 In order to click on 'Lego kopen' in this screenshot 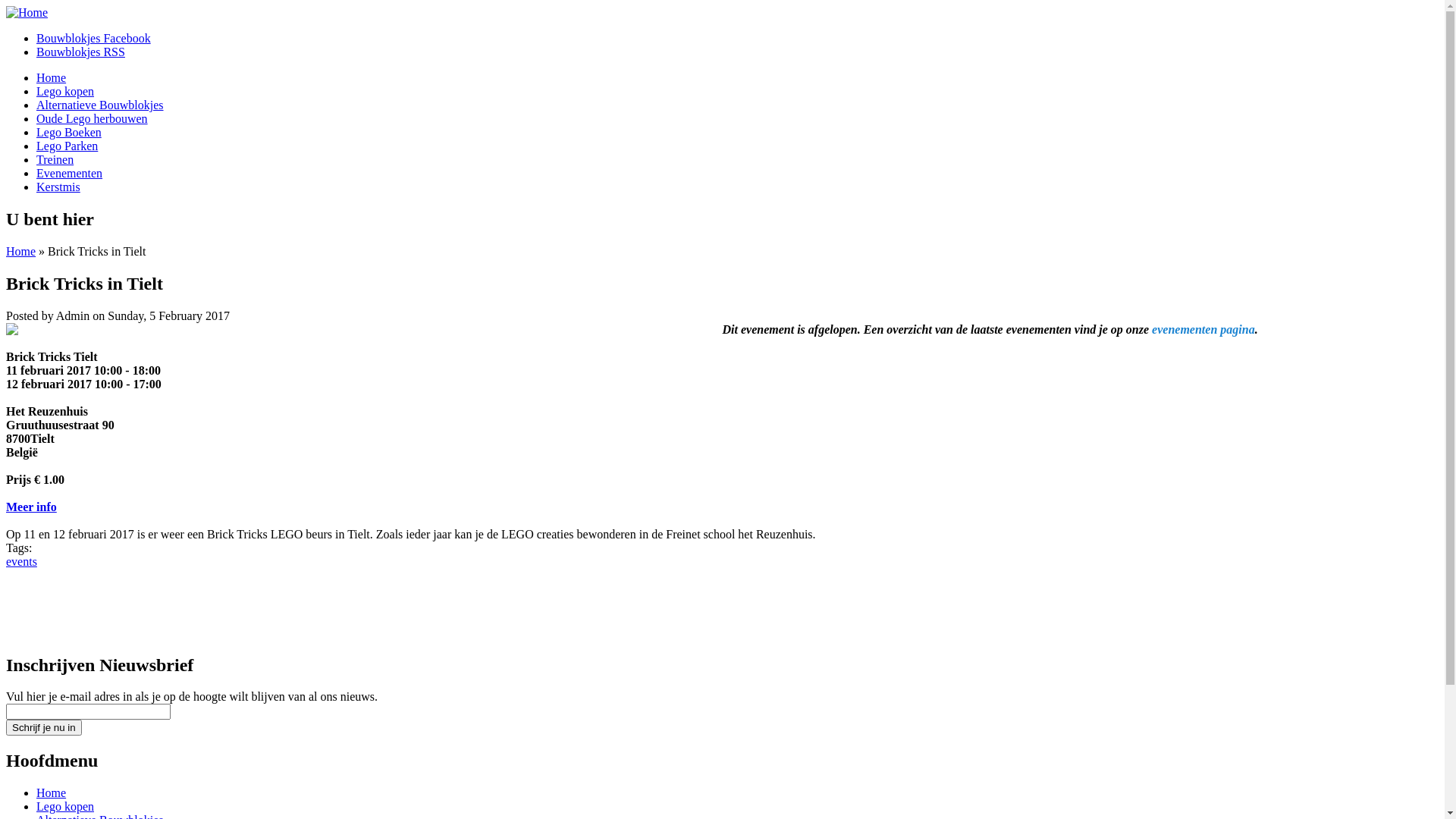, I will do `click(64, 805)`.